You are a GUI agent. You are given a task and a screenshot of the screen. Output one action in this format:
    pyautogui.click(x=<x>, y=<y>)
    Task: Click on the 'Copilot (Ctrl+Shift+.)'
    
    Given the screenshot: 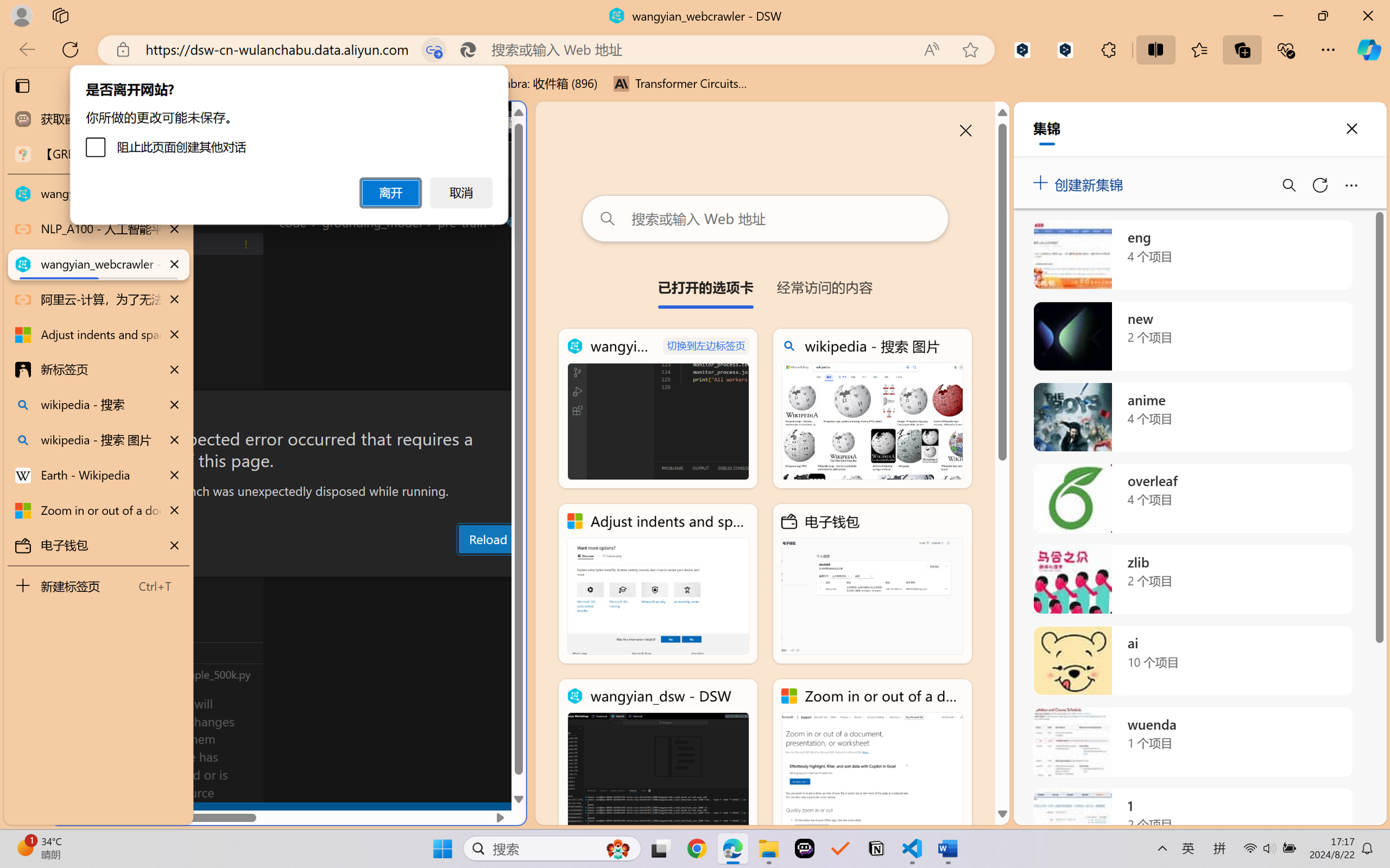 What is the action you would take?
    pyautogui.click(x=1369, y=49)
    